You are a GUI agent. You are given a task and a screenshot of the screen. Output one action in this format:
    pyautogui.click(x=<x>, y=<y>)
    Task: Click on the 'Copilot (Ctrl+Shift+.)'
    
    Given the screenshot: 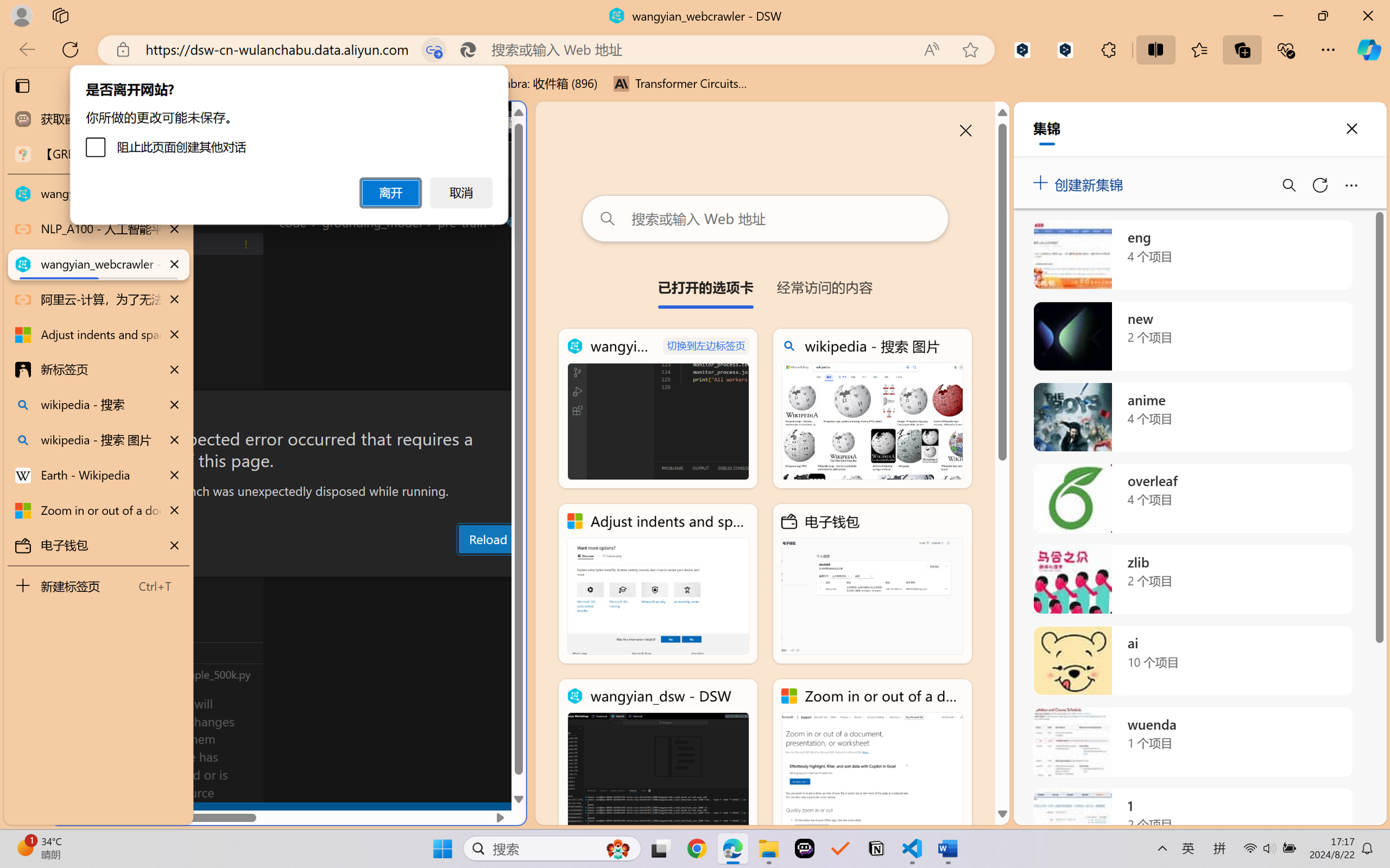 What is the action you would take?
    pyautogui.click(x=1369, y=49)
    